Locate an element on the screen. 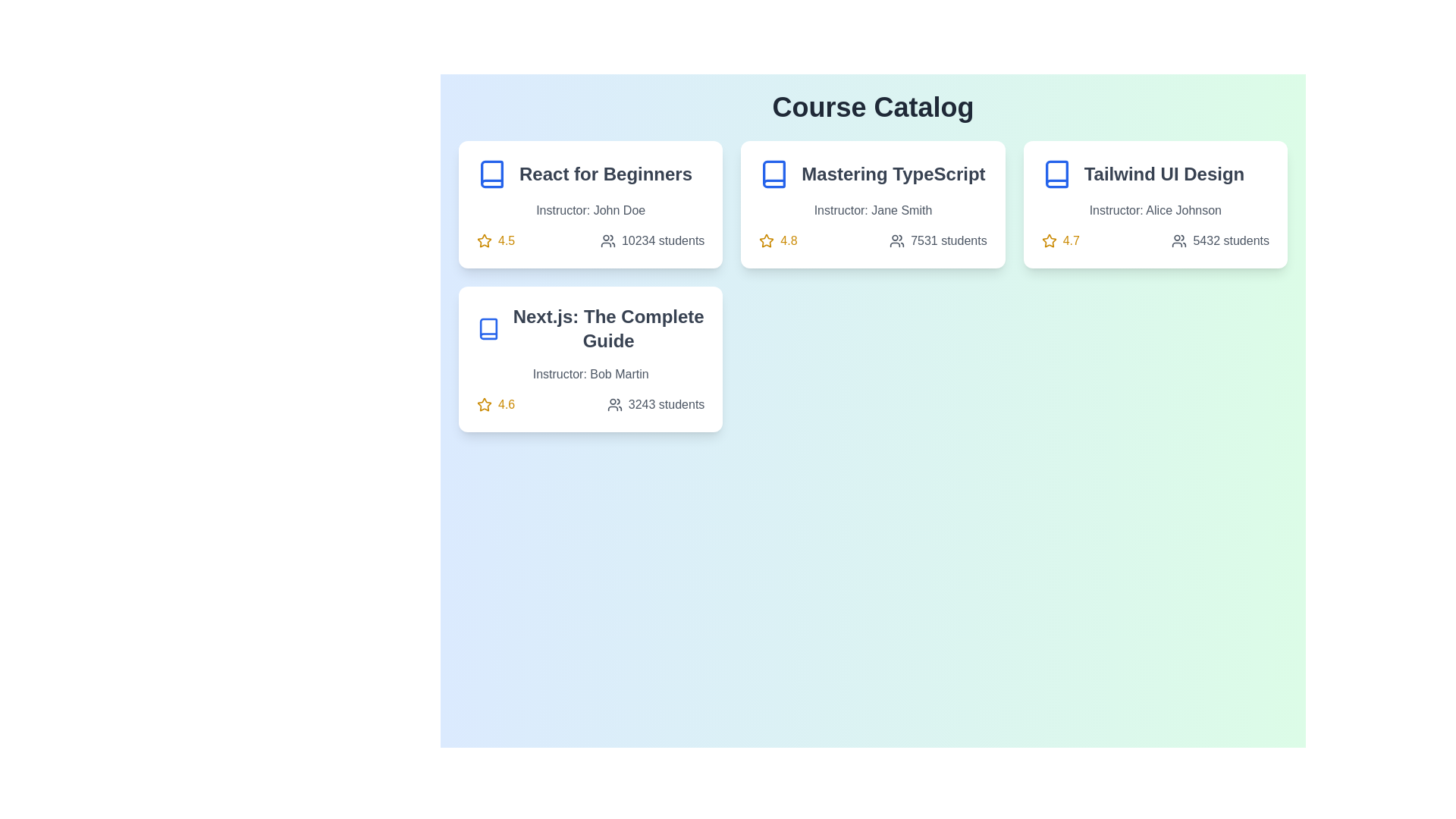 The image size is (1456, 819). text element displaying 'Instructor: Alice Johnson', which is styled in a subtle gray color and located under the course title 'Tailwind UI Design' is located at coordinates (1154, 210).